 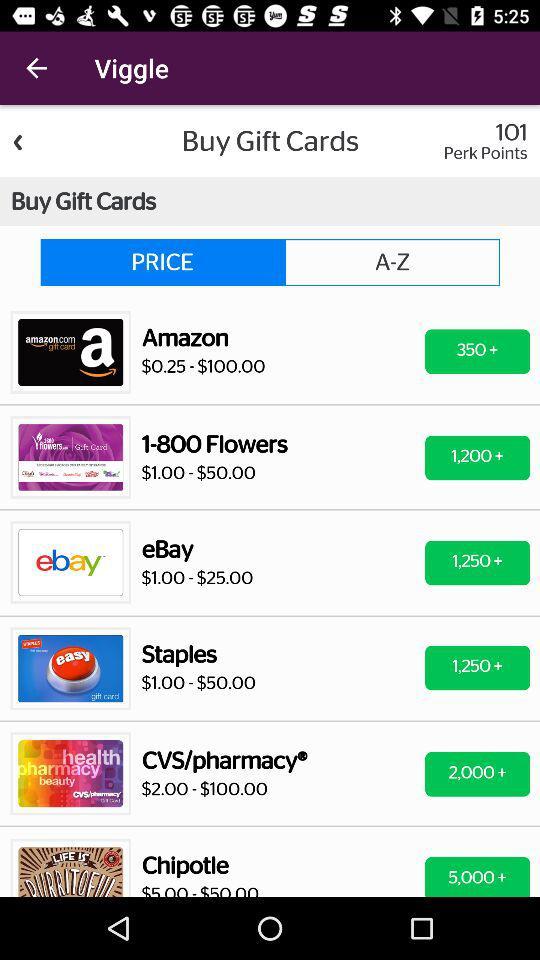 I want to click on buy gift card options, so click(x=270, y=500).